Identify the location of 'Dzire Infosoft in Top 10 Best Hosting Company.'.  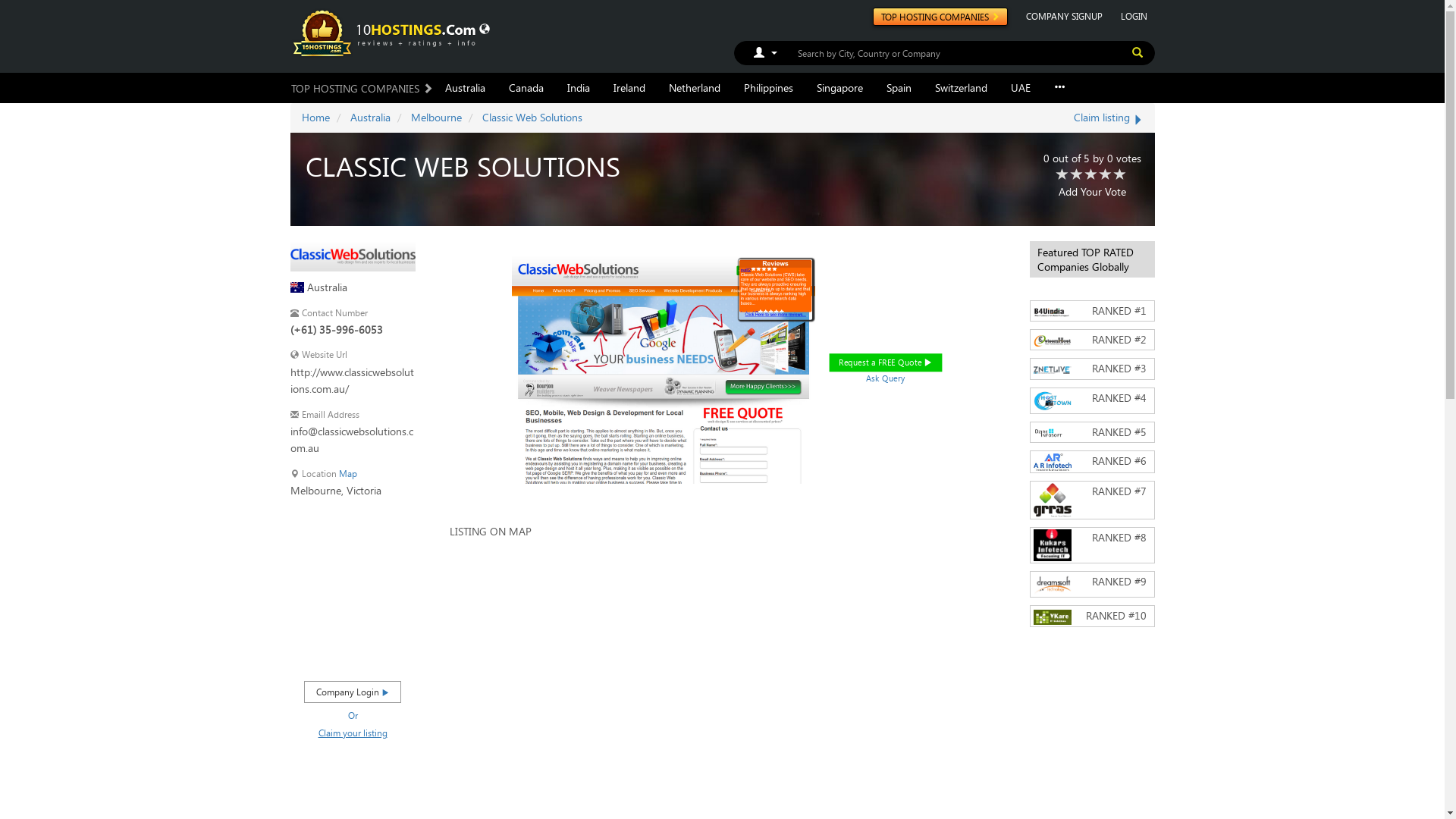
(1051, 432).